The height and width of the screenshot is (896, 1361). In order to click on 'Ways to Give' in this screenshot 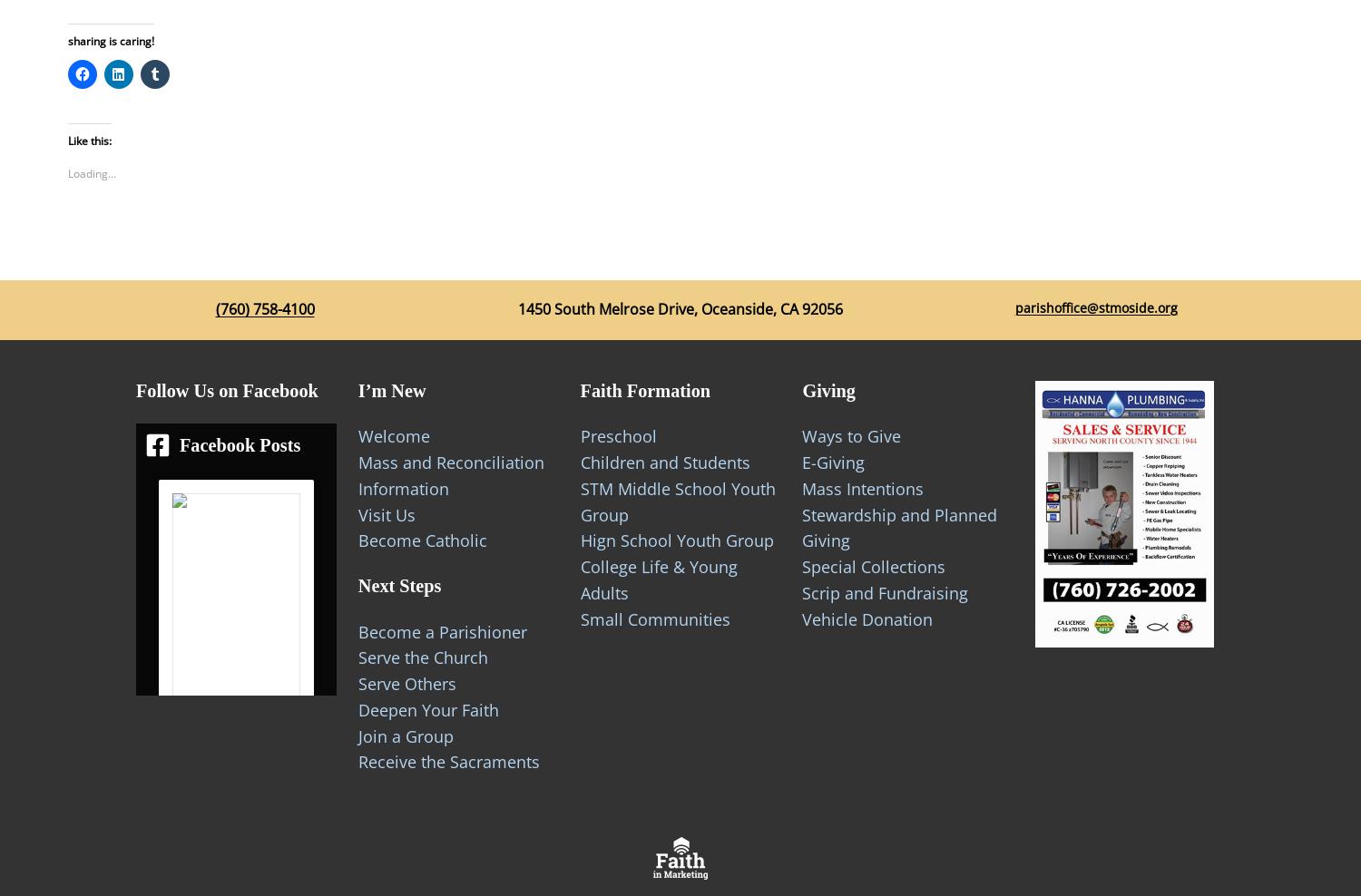, I will do `click(851, 435)`.